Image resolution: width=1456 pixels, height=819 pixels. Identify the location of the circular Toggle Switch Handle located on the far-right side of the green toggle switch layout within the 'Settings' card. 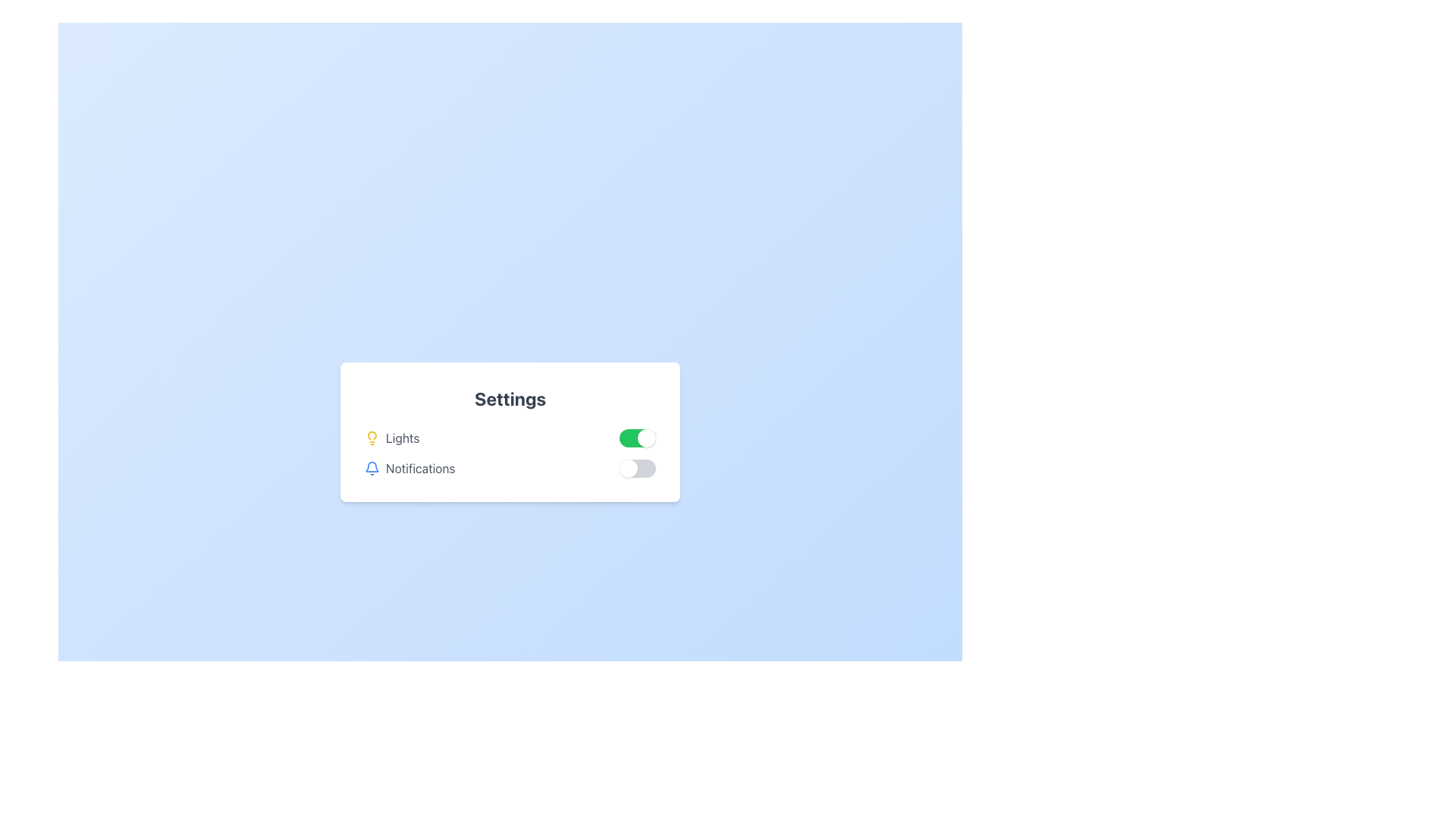
(647, 438).